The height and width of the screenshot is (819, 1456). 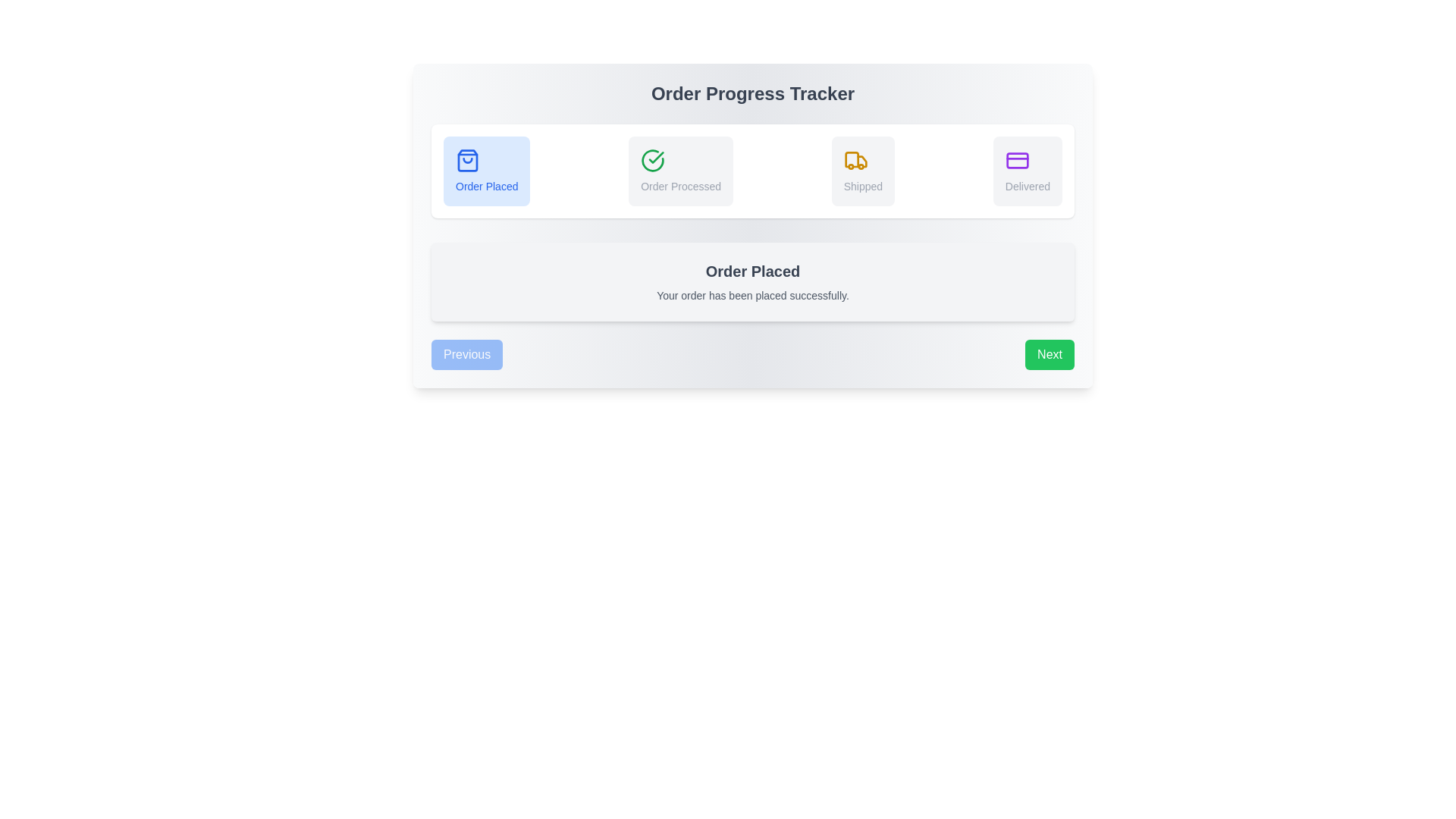 I want to click on the Static Text Label that indicates the title or purpose of the content in the step-by-step order tracking interface, so click(x=753, y=93).